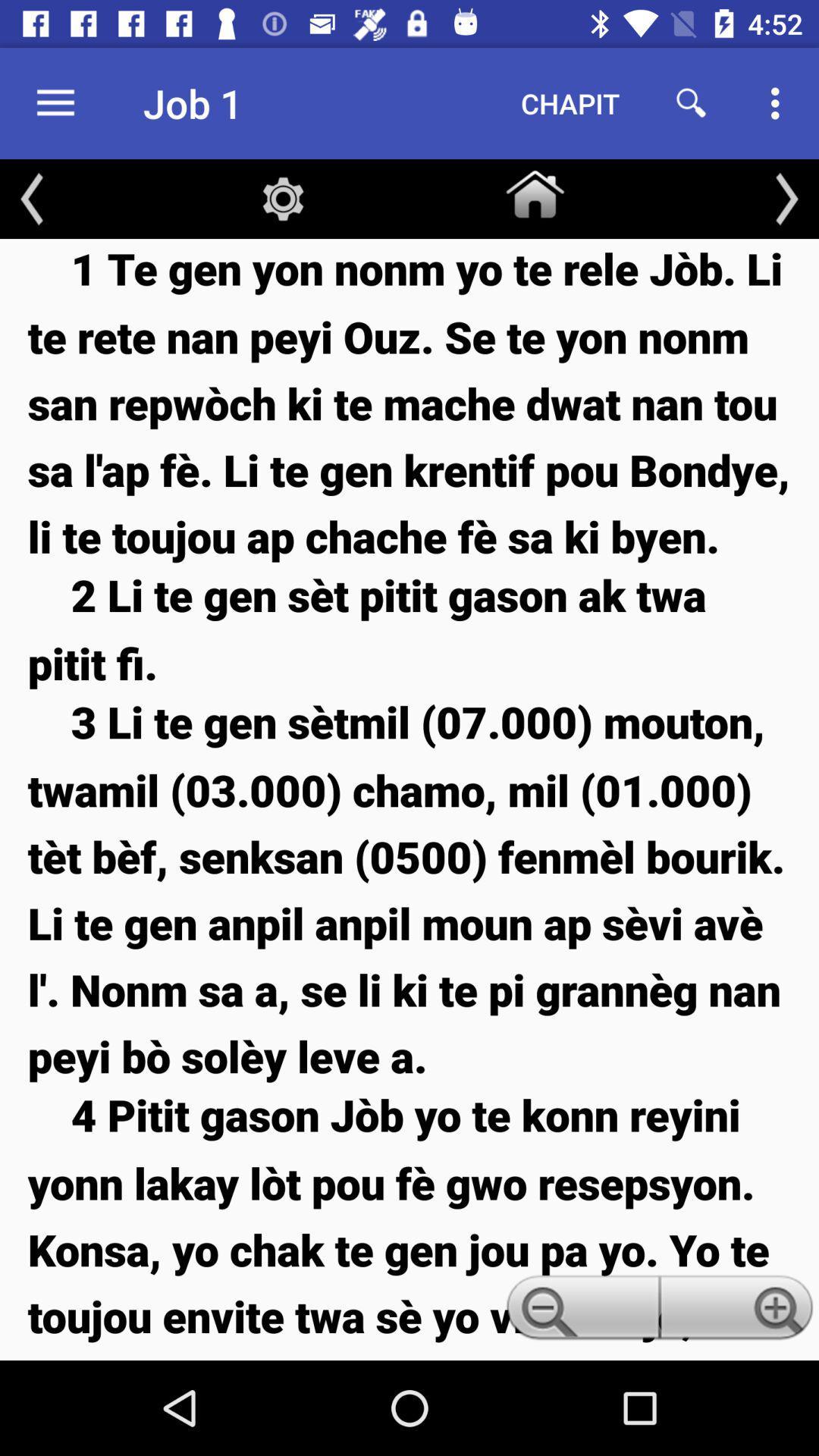 Image resolution: width=819 pixels, height=1456 pixels. What do you see at coordinates (534, 190) in the screenshot?
I see `item above 1 te gen item` at bounding box center [534, 190].